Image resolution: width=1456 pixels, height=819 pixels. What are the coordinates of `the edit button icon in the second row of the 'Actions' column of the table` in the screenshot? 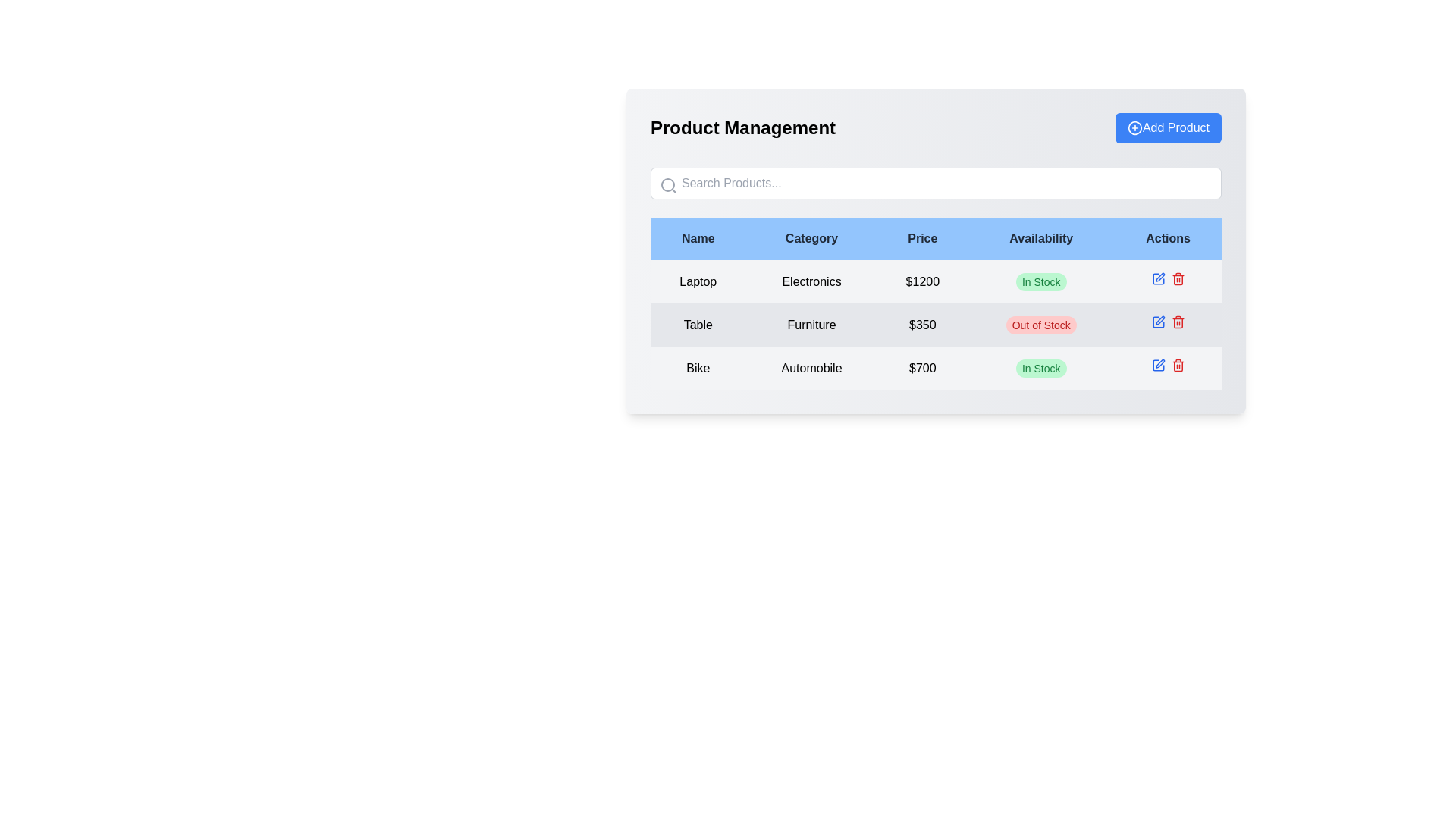 It's located at (1157, 321).